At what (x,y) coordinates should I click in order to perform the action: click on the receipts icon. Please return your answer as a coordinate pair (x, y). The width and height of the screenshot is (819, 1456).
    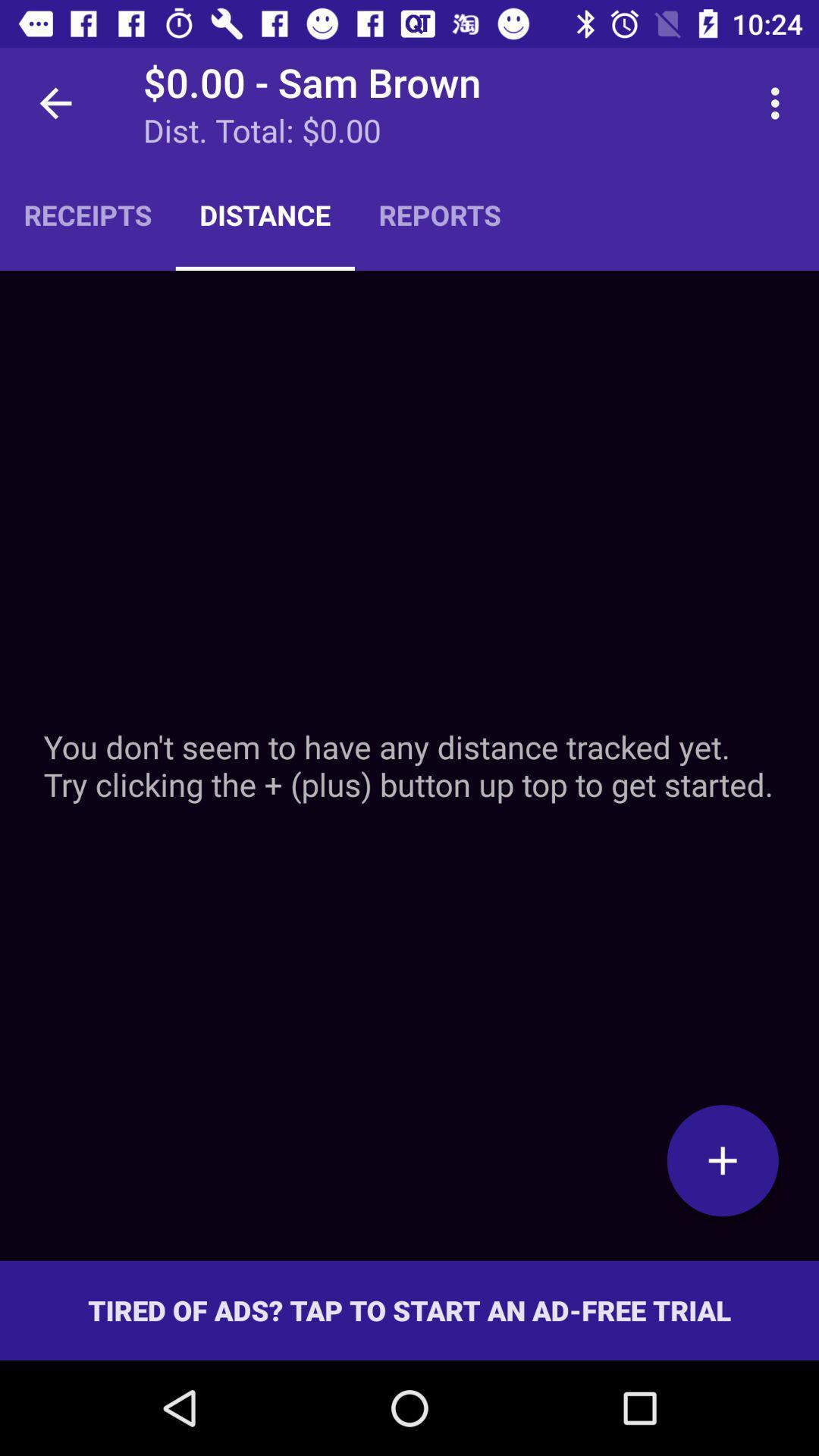
    Looking at the image, I should click on (87, 214).